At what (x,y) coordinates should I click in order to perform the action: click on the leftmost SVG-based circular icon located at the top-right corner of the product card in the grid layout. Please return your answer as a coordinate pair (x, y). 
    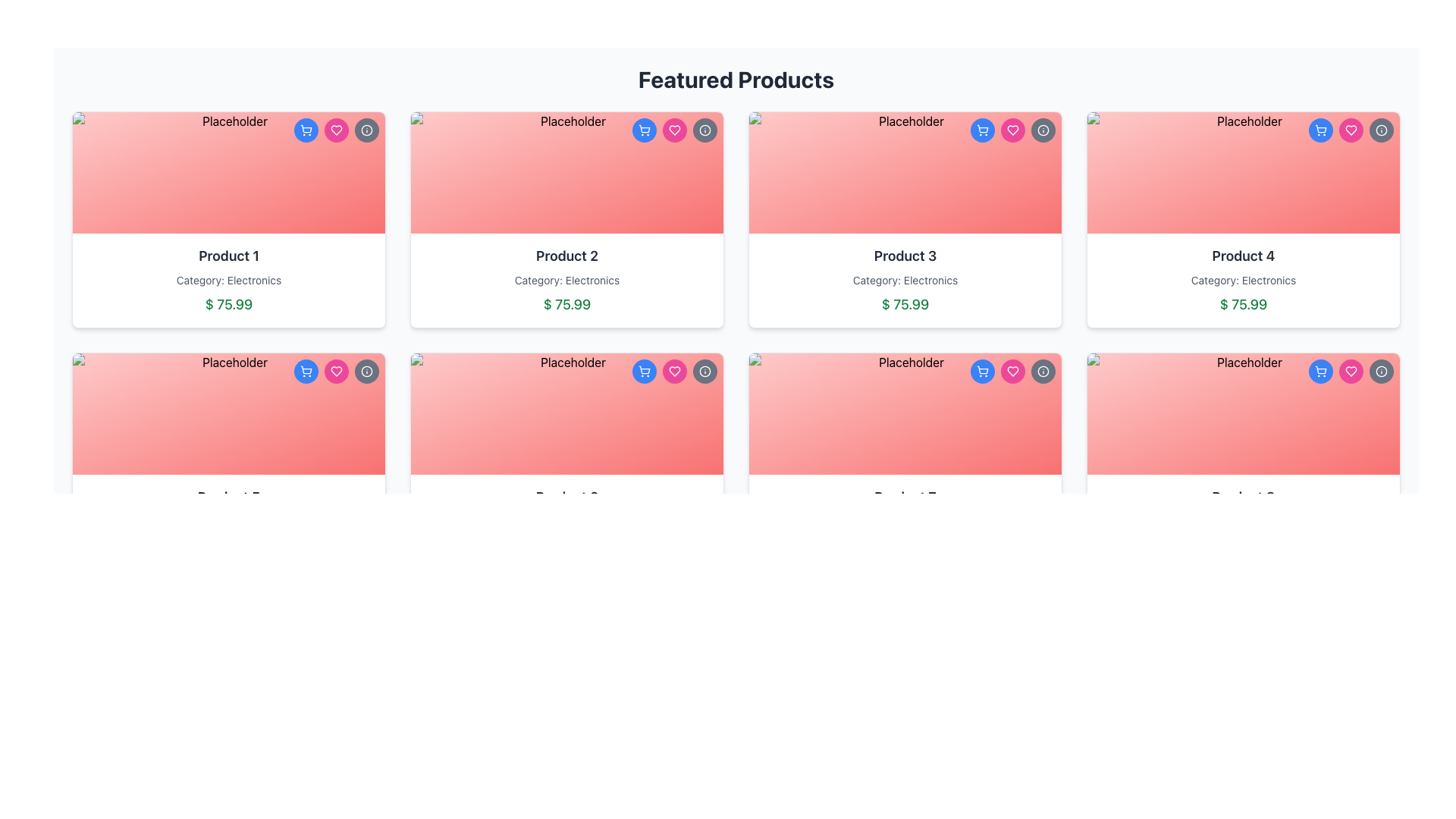
    Looking at the image, I should click on (704, 130).